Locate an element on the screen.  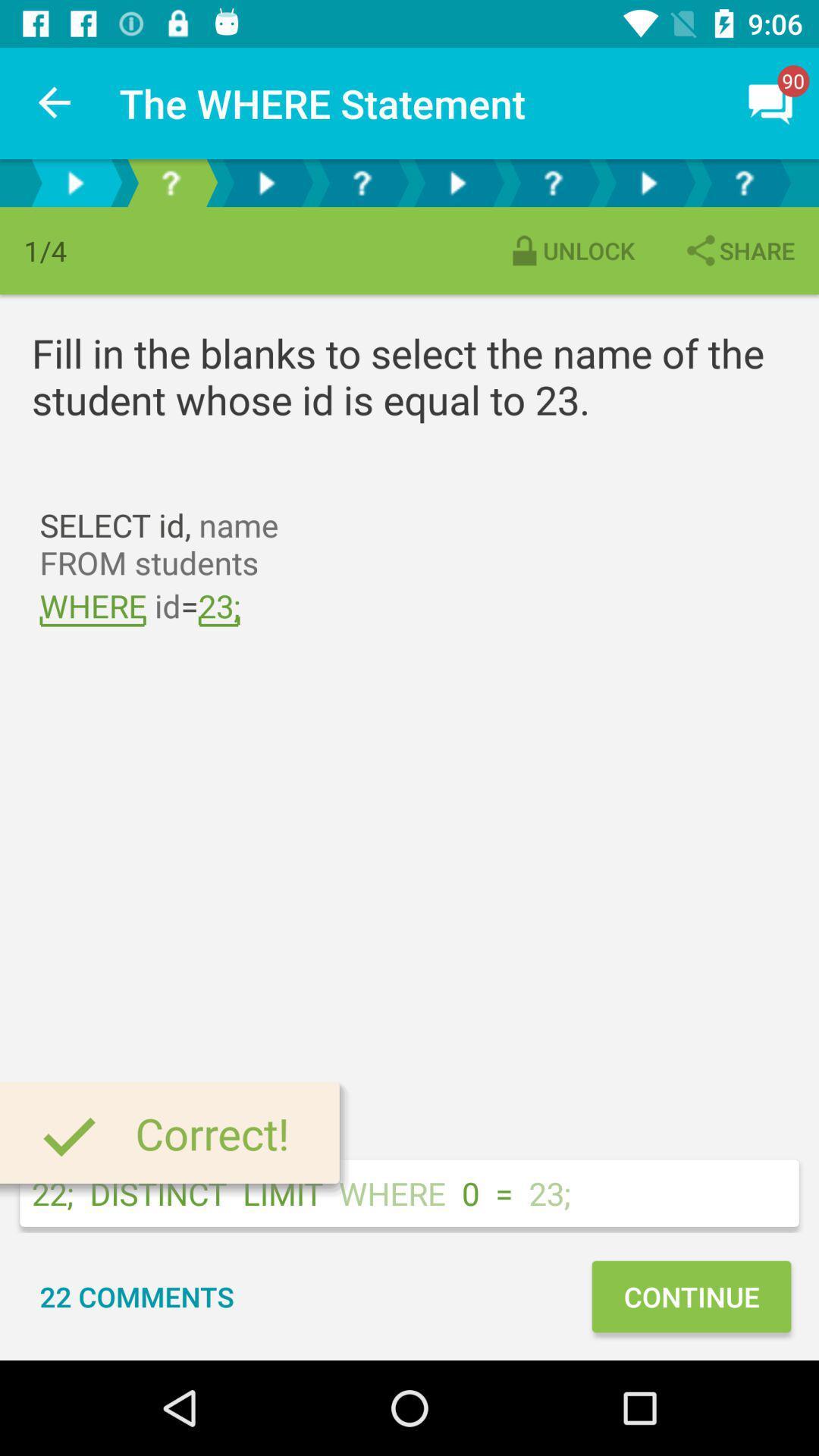
the share icon is located at coordinates (738, 250).